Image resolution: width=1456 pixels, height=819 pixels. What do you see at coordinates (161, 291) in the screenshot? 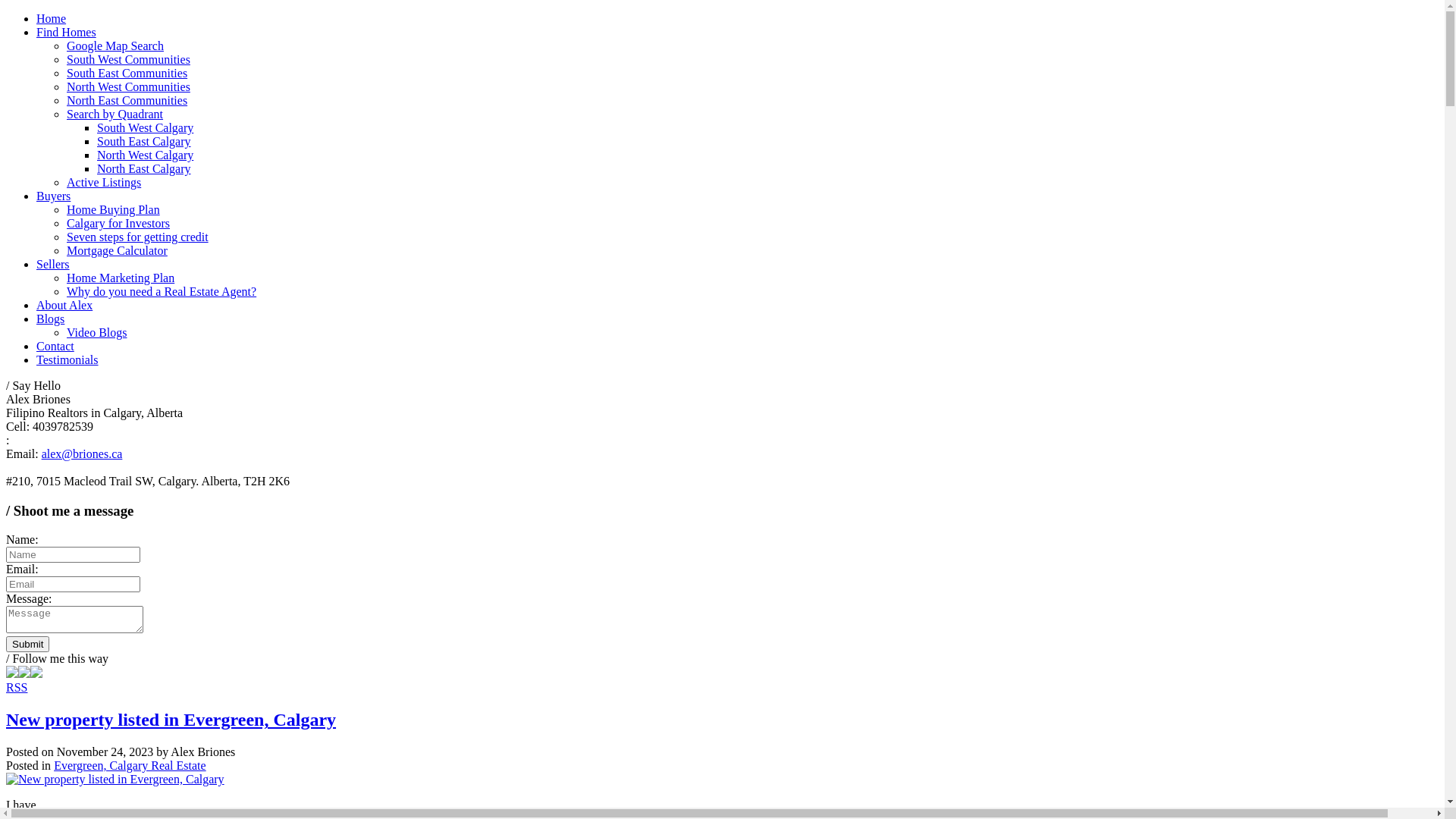
I see `'Why do you need a Real Estate Agent?'` at bounding box center [161, 291].